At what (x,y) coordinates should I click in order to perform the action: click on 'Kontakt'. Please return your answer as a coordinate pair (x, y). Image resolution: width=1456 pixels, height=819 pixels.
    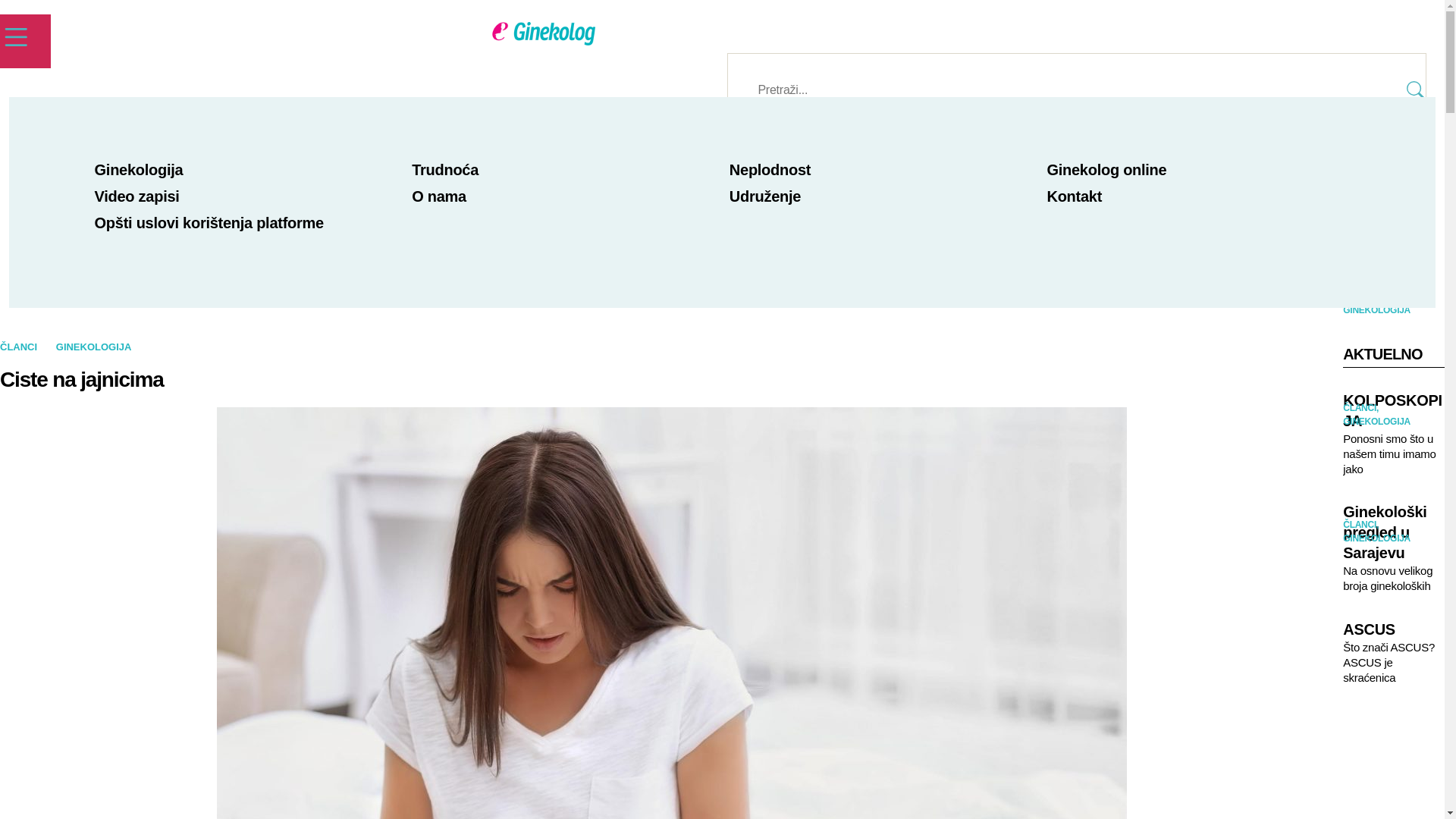
    Looking at the image, I should click on (1073, 195).